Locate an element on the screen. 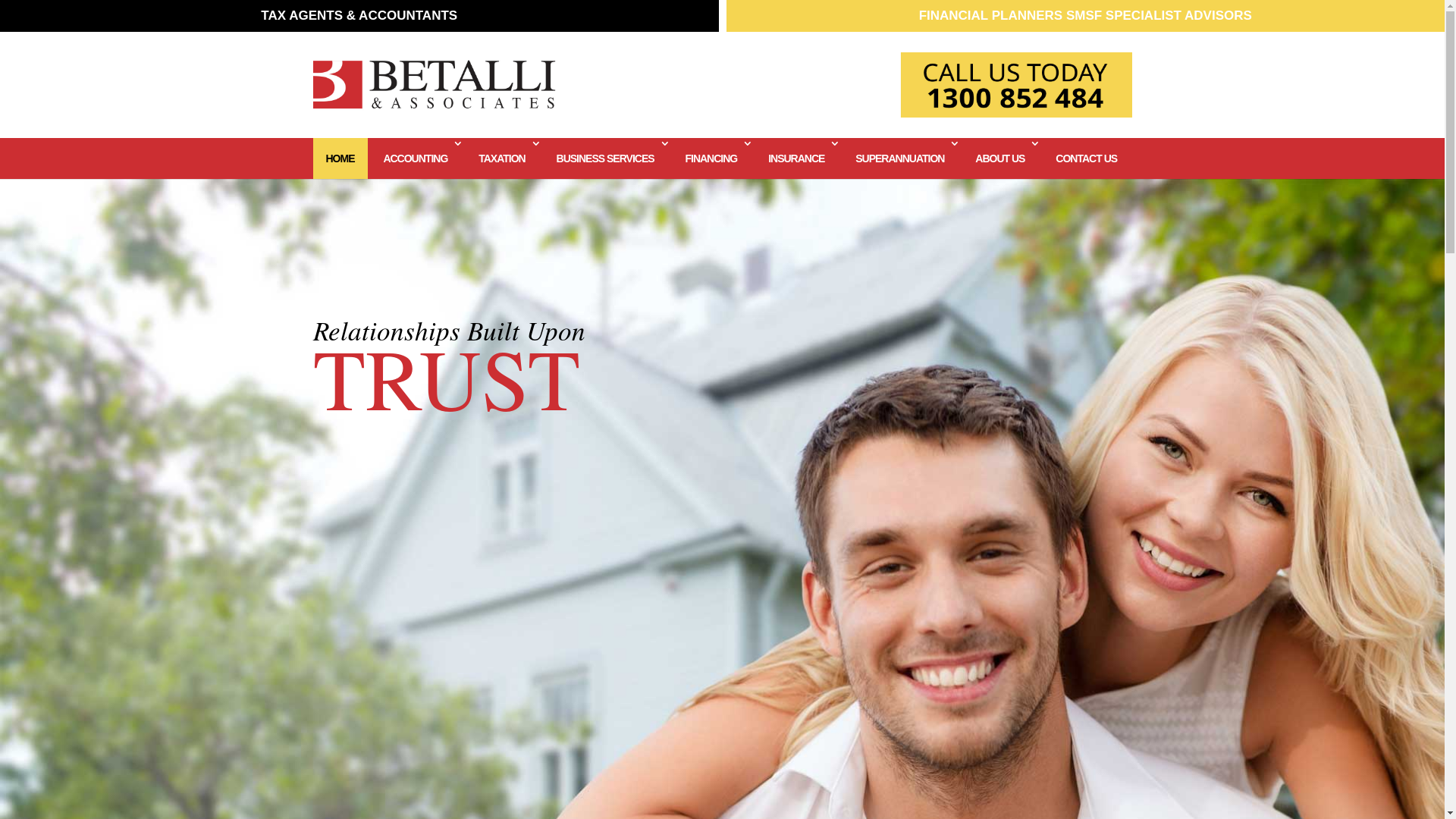 The width and height of the screenshot is (1456, 819). 'SUPERANNUATION' is located at coordinates (900, 158).